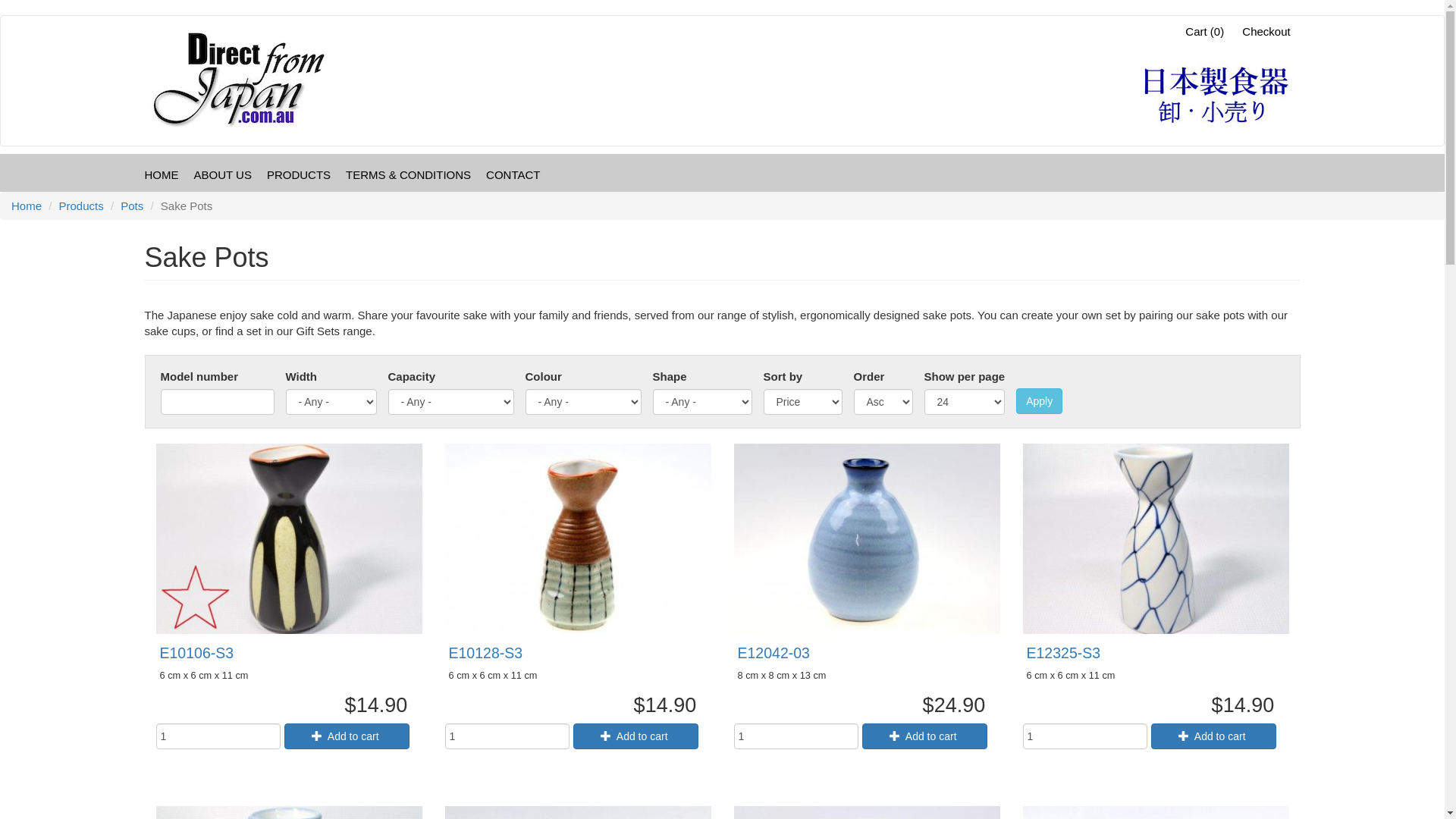 This screenshot has height=819, width=1456. I want to click on 'PRODUCTS', so click(298, 174).